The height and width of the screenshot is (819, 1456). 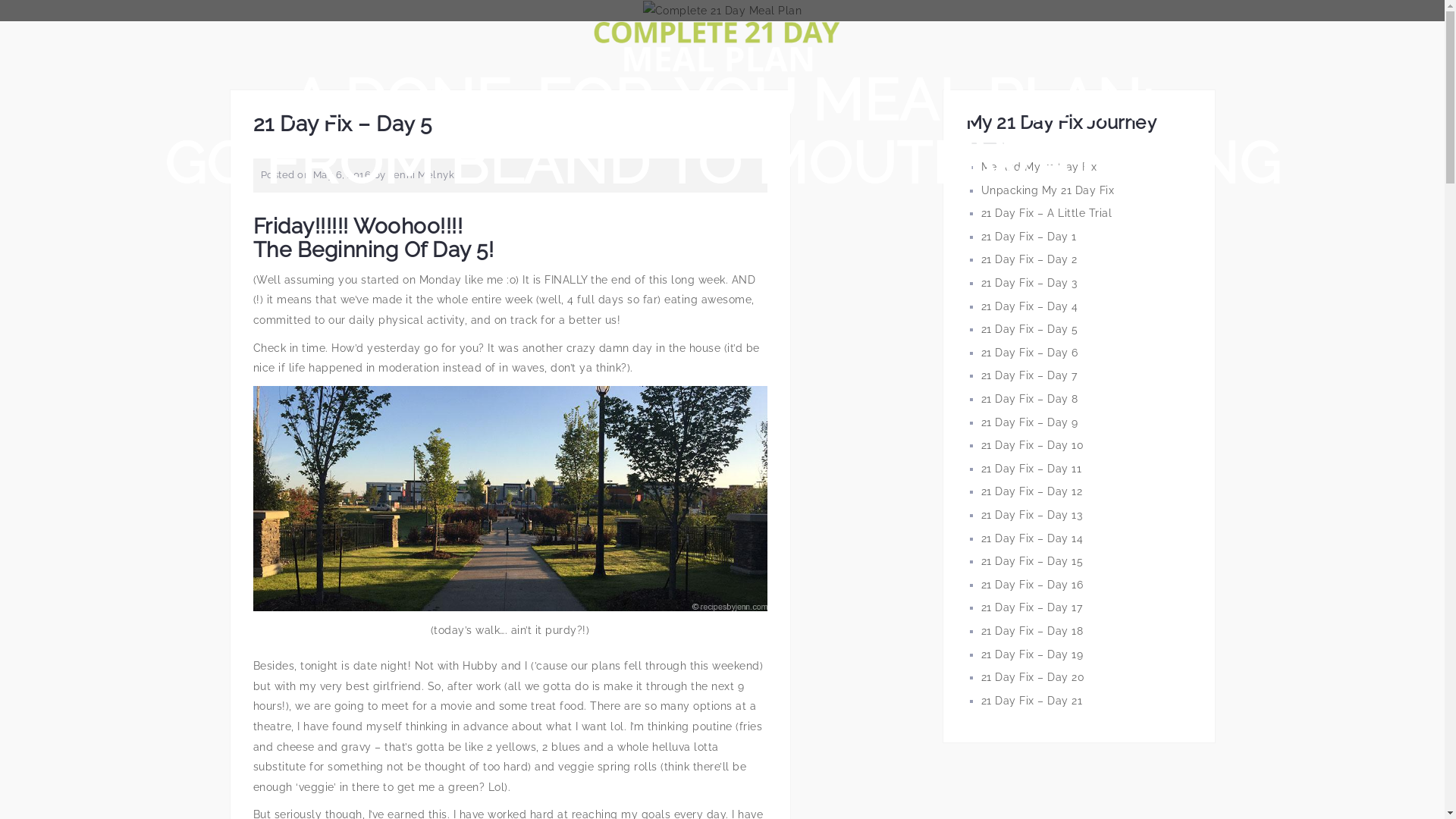 I want to click on 'Unpacking My 21 Day Fix', so click(x=1047, y=189).